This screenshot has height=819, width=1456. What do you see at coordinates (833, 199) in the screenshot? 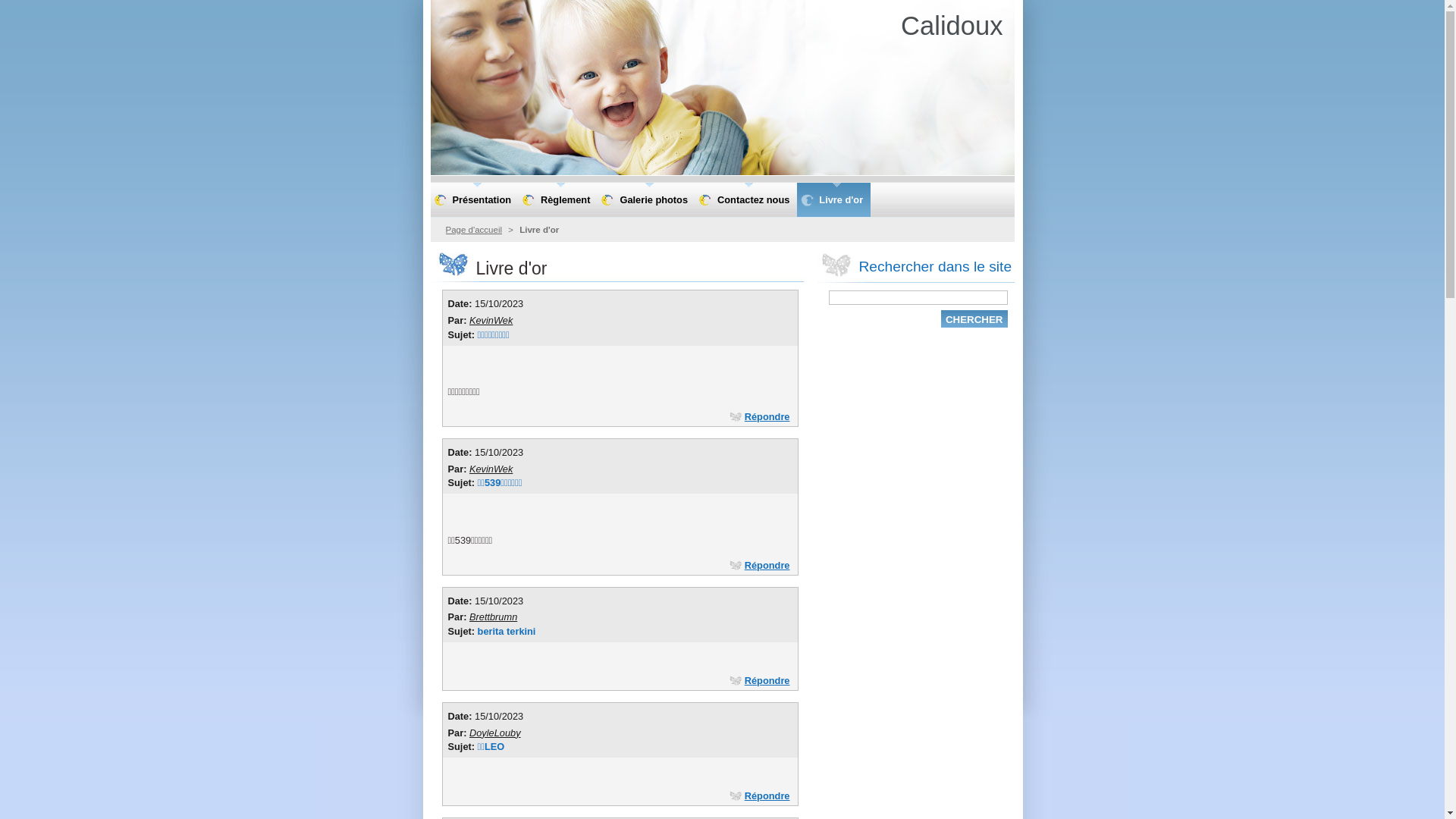
I see `'Livre d'or'` at bounding box center [833, 199].